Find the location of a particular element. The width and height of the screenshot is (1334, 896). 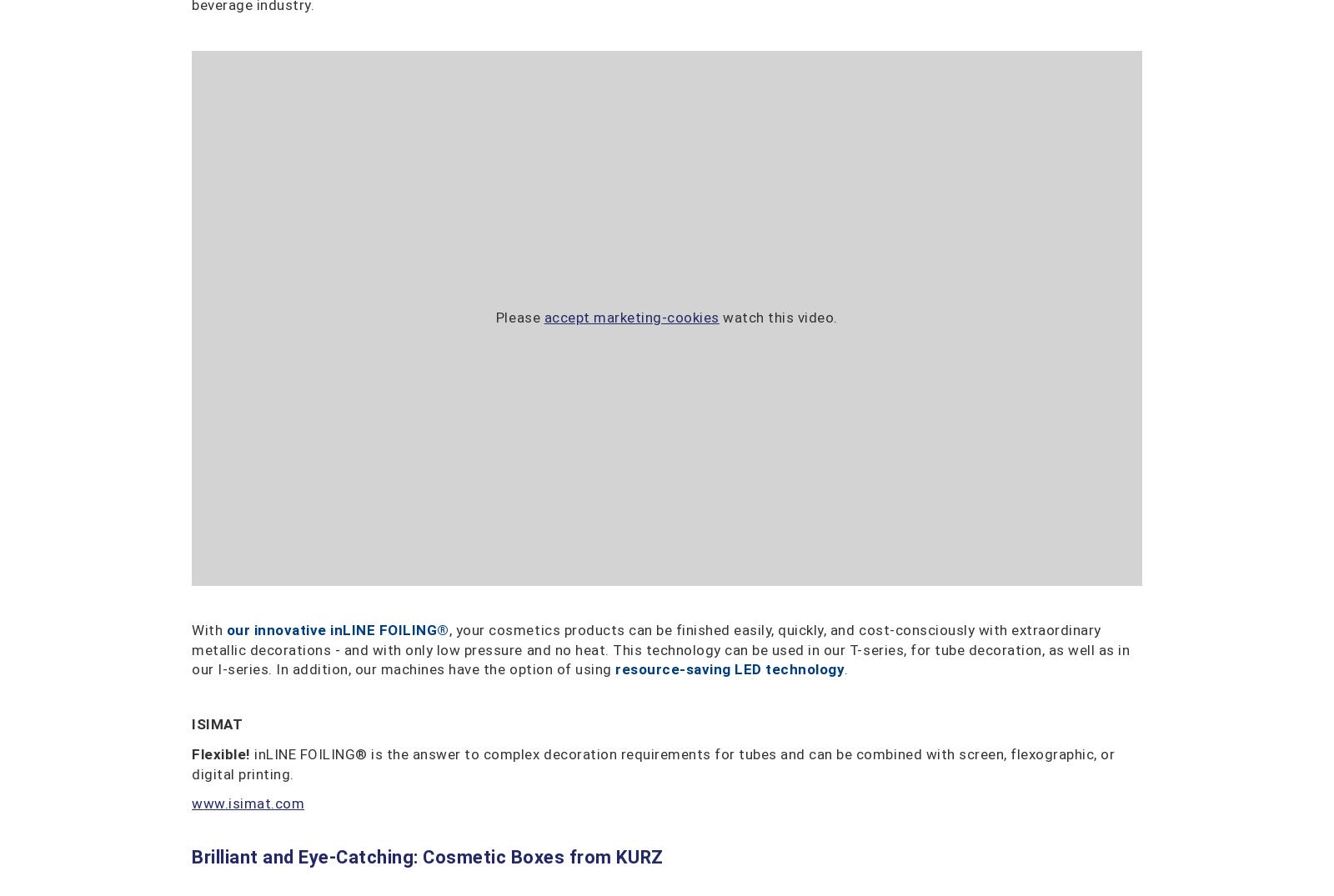

'Please' is located at coordinates (519, 317).